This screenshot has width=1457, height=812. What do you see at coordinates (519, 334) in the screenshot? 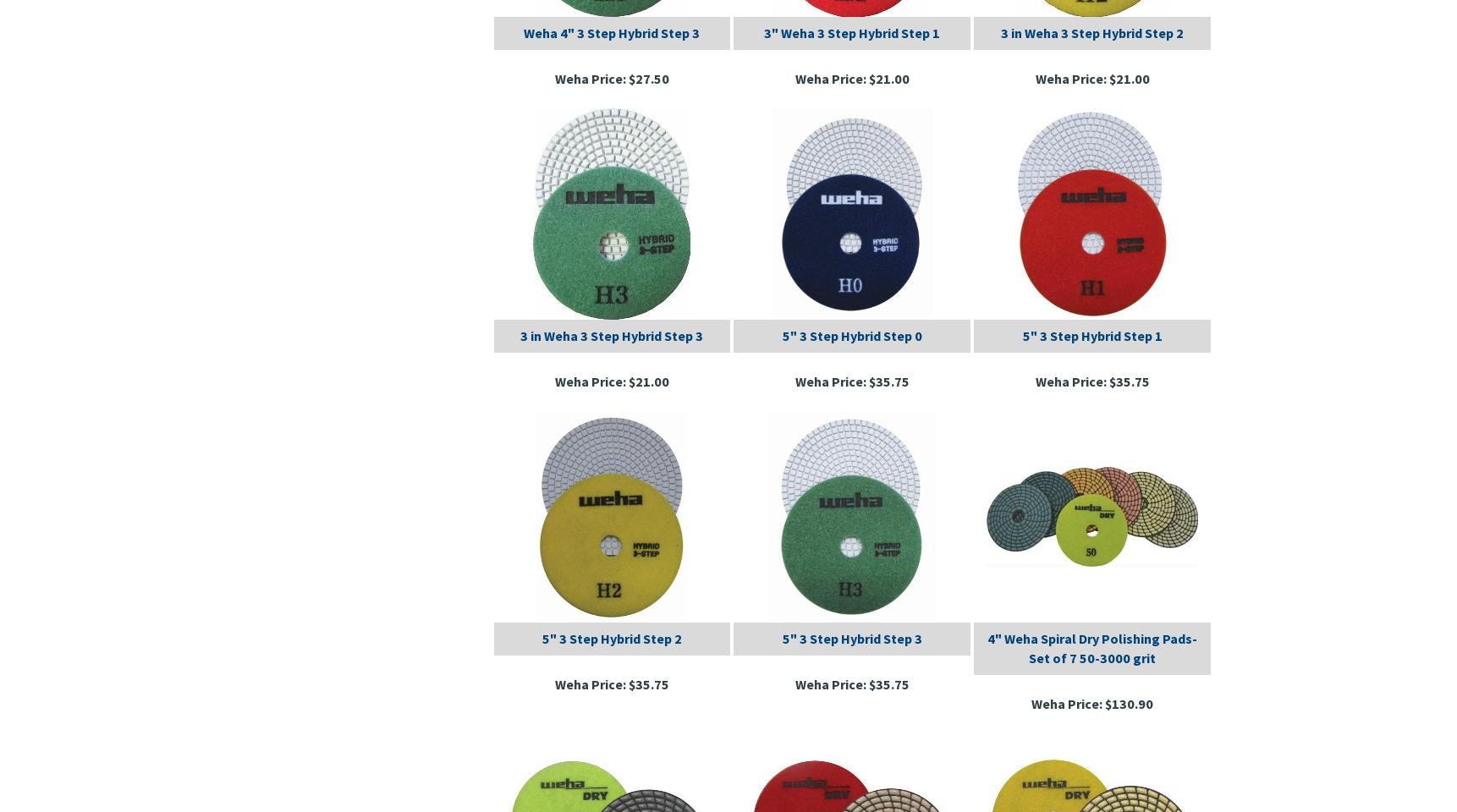
I see `'3 in Weha 3 Step Hybrid  Step 3'` at bounding box center [519, 334].